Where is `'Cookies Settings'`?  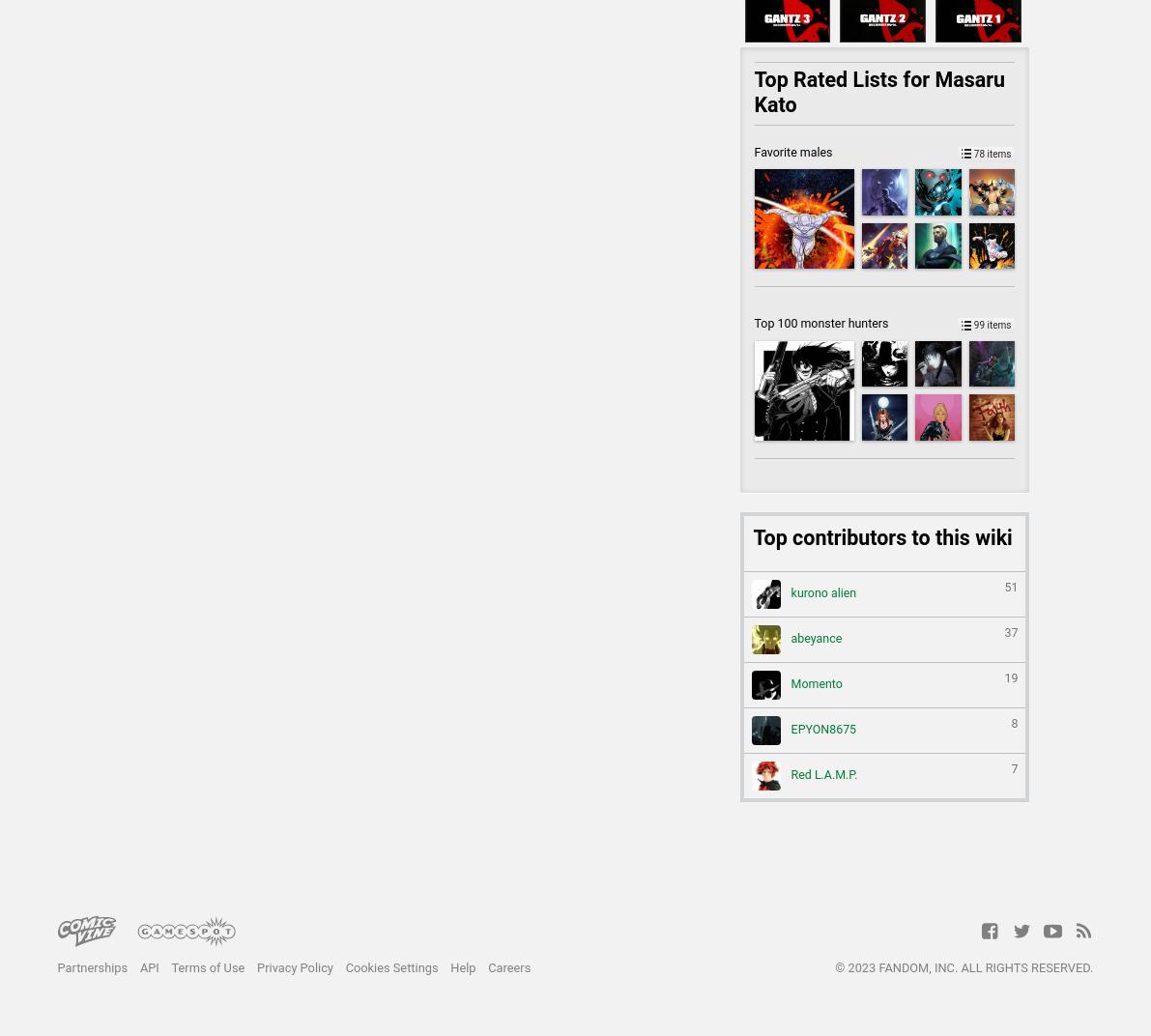 'Cookies Settings' is located at coordinates (343, 965).